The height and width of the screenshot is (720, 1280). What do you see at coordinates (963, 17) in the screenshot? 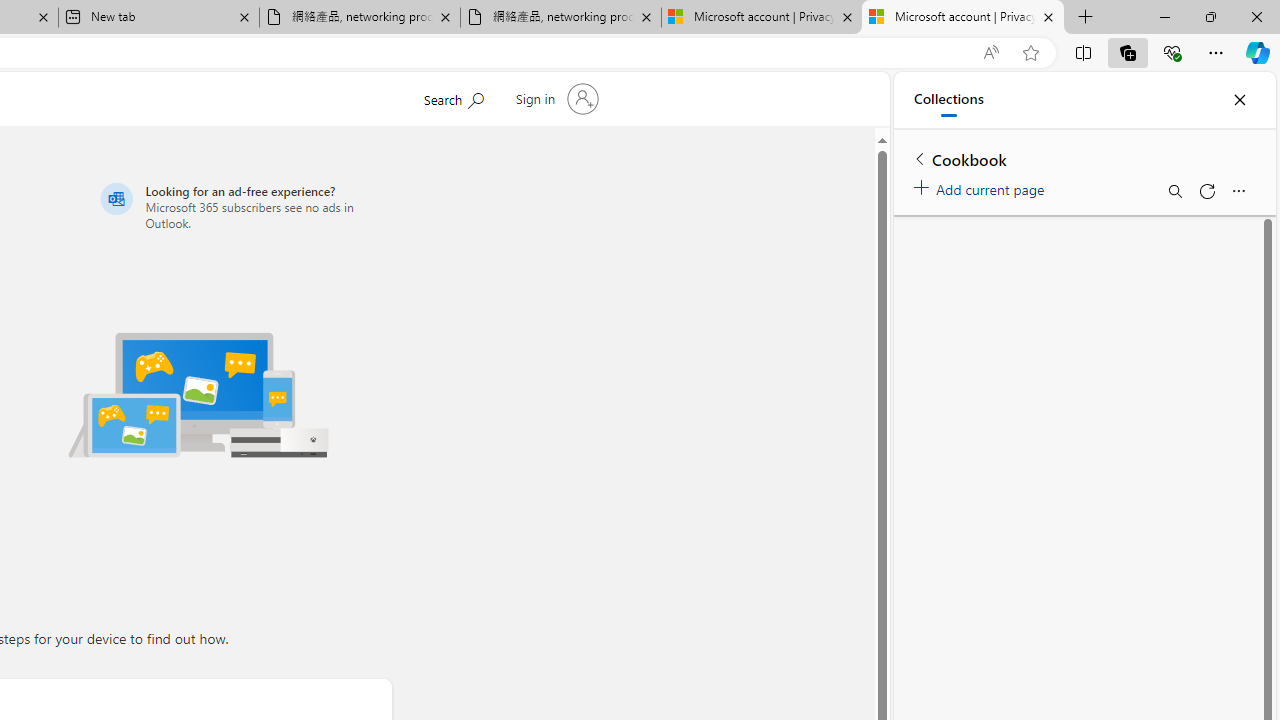
I see `'Microsoft account | Privacy'` at bounding box center [963, 17].